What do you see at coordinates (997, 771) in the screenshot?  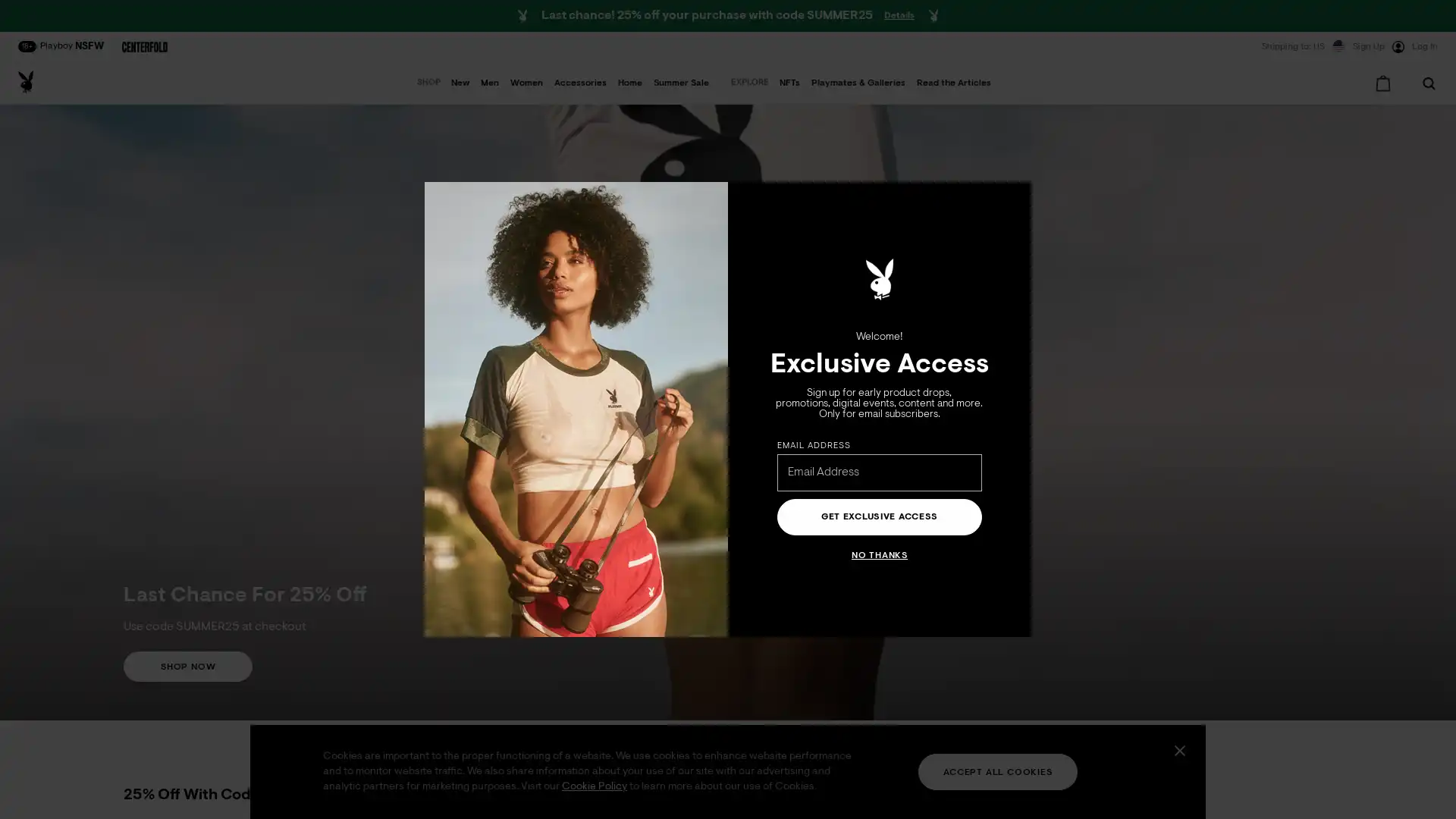 I see `ACCEPT ALL COOKIES` at bounding box center [997, 771].